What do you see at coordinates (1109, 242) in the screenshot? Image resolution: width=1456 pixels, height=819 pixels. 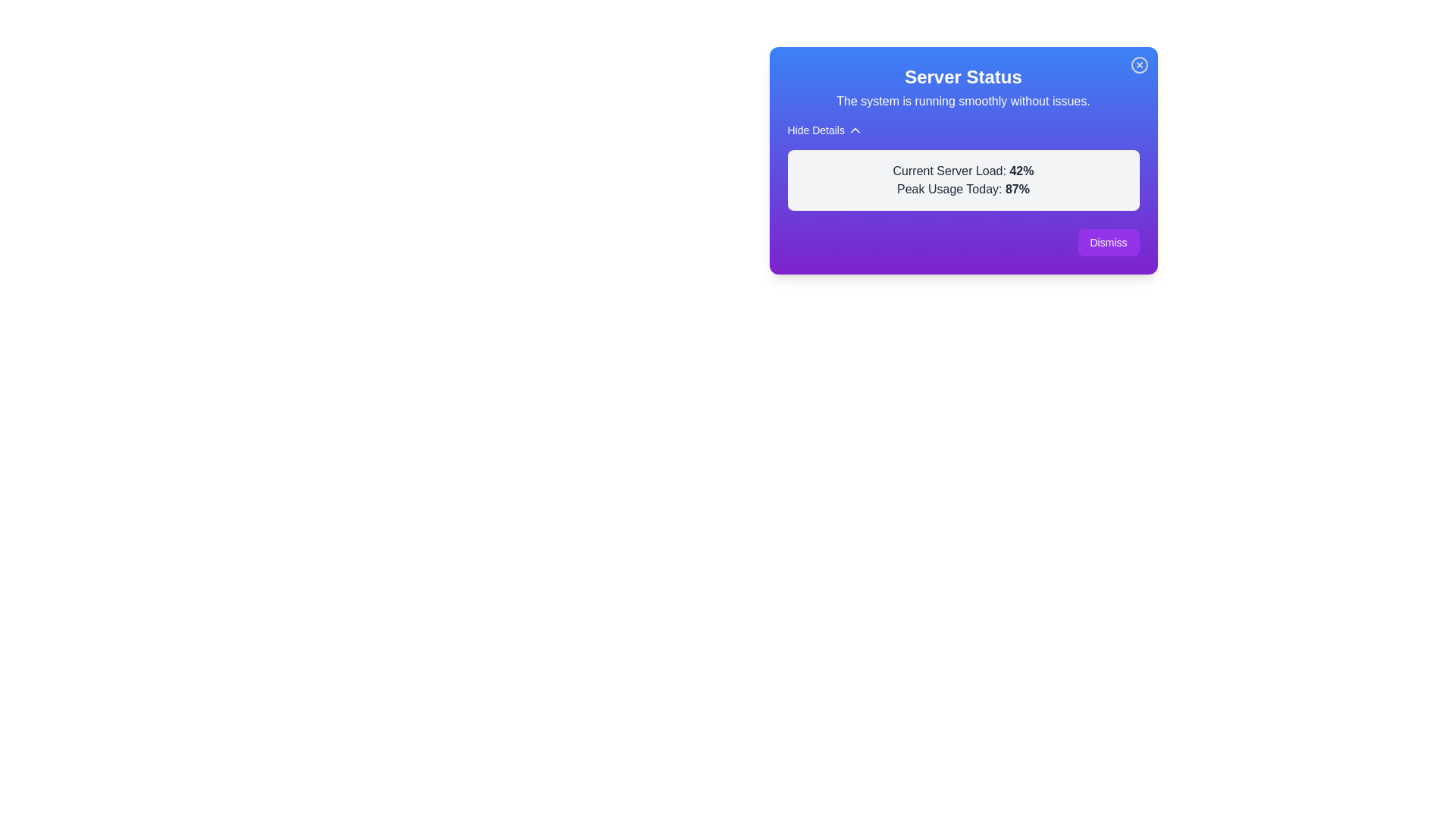 I see `the 'Dismiss' button to close the alert` at bounding box center [1109, 242].